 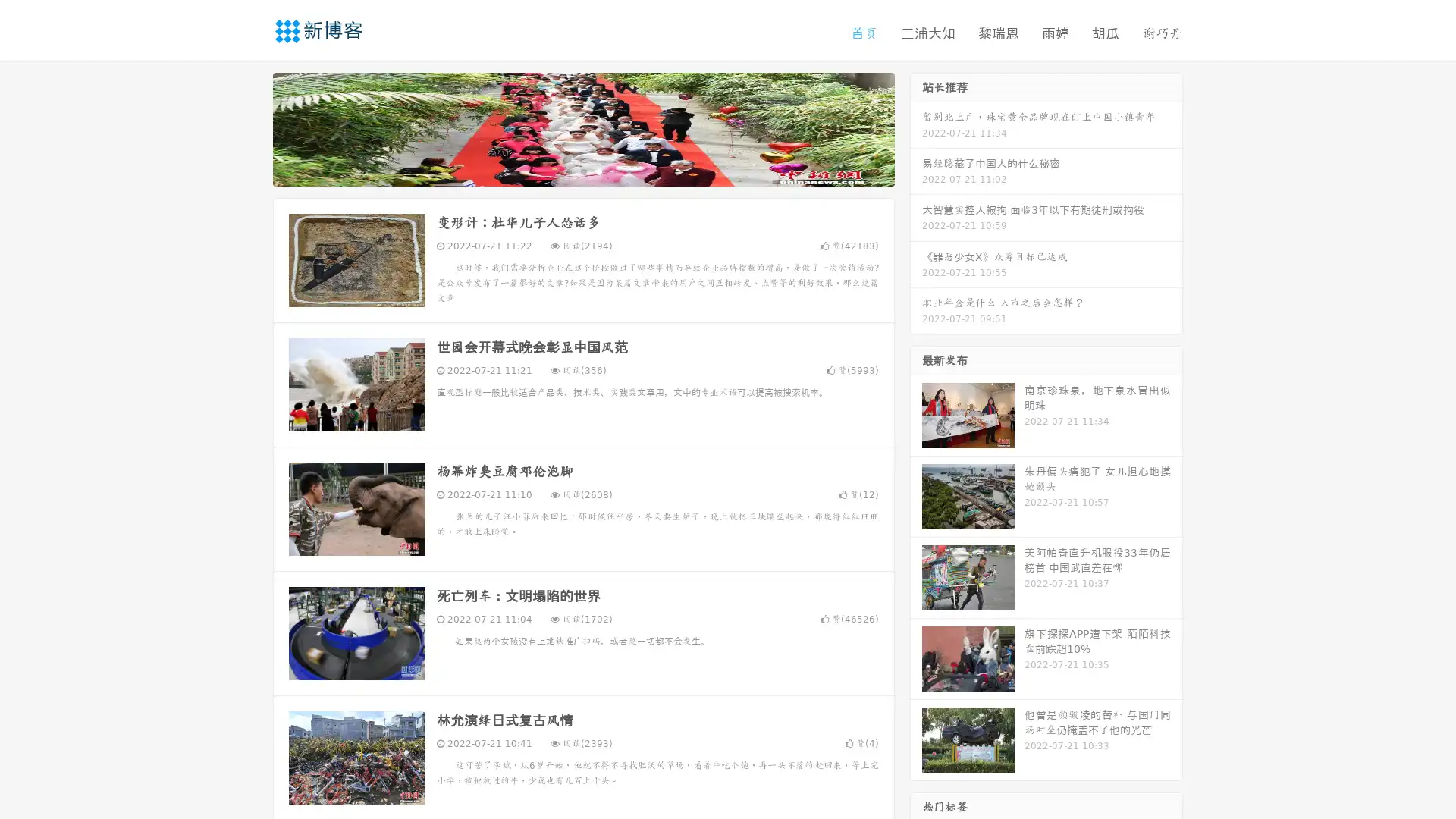 What do you see at coordinates (598, 171) in the screenshot?
I see `Go to slide 3` at bounding box center [598, 171].